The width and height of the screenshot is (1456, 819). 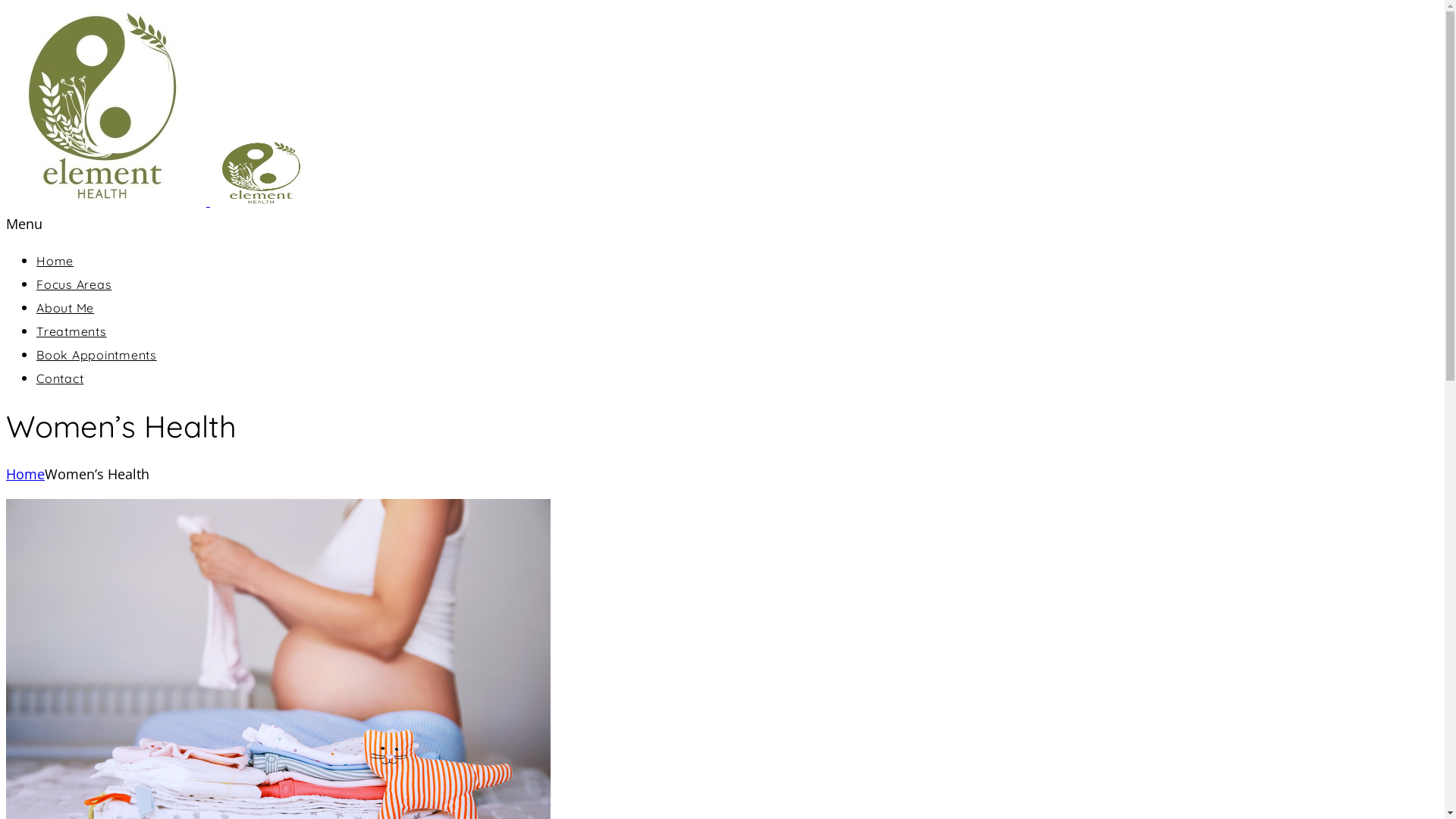 What do you see at coordinates (59, 377) in the screenshot?
I see `'Contact'` at bounding box center [59, 377].